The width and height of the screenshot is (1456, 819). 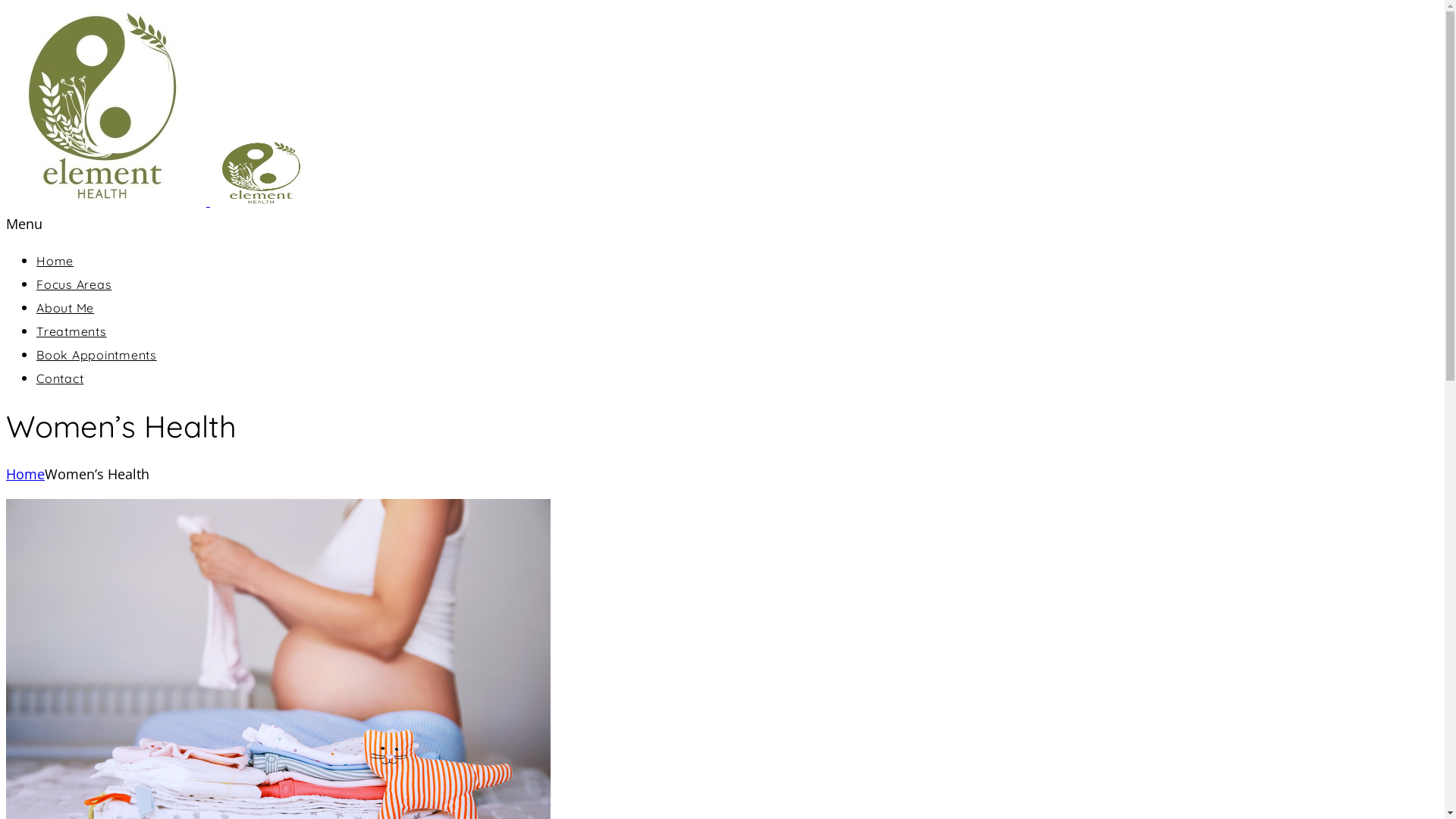 What do you see at coordinates (59, 377) in the screenshot?
I see `'Contact'` at bounding box center [59, 377].